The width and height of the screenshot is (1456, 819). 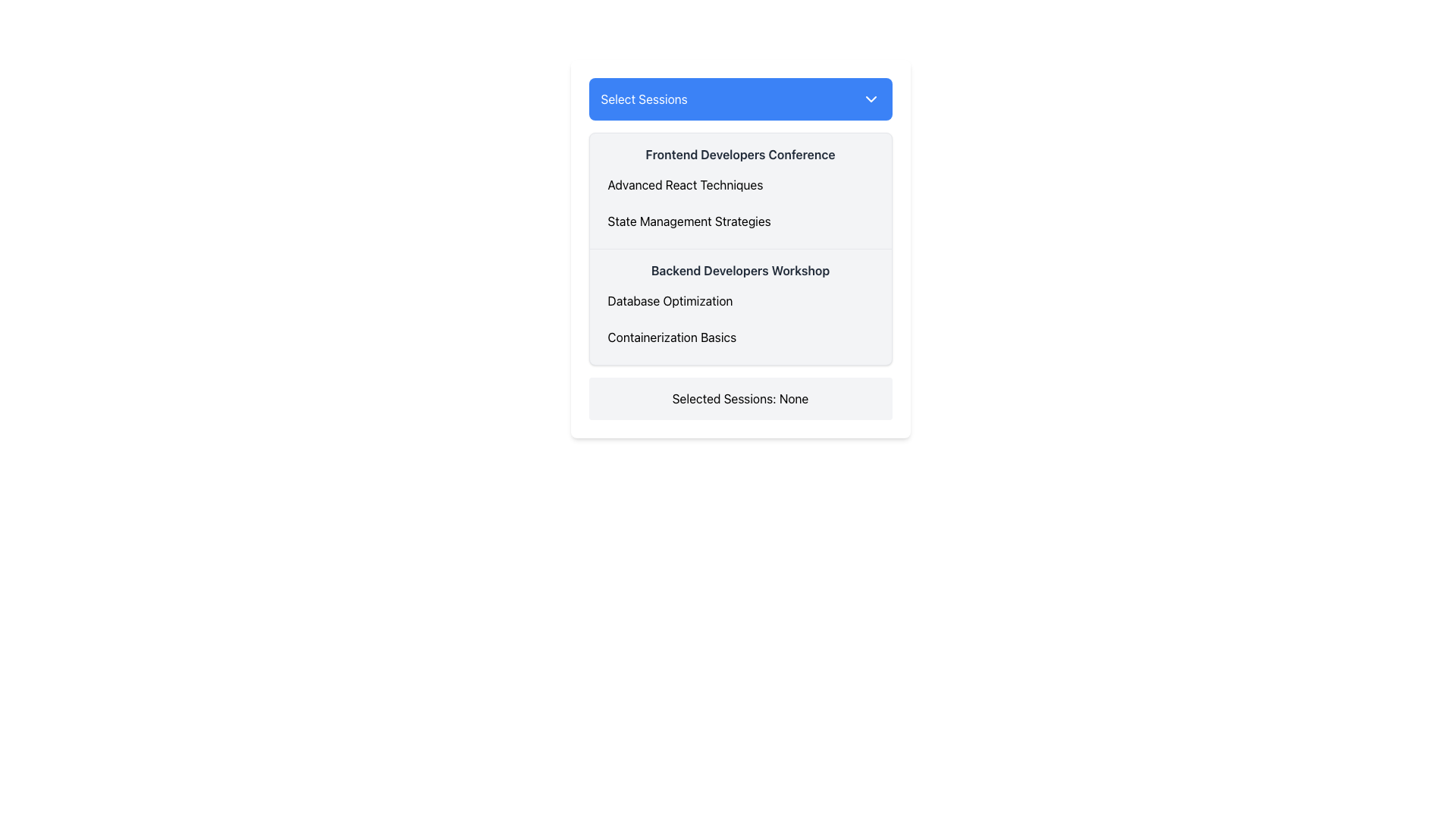 What do you see at coordinates (740, 306) in the screenshot?
I see `the second session block in the dropdown of the modal that serves as a session descriptor, which provides a title and detailed topics covered within the session` at bounding box center [740, 306].